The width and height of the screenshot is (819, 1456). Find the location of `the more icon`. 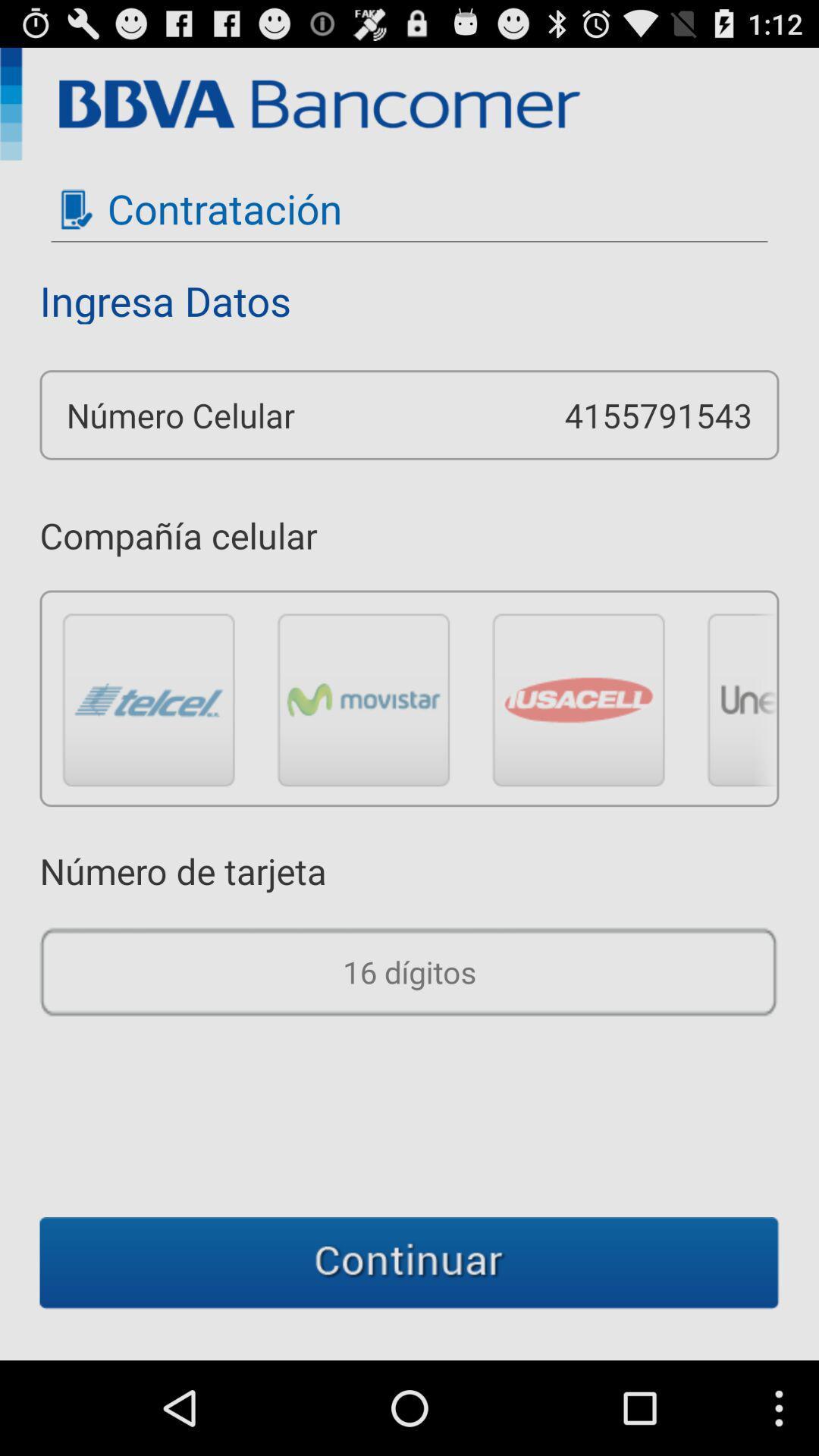

the more icon is located at coordinates (741, 748).